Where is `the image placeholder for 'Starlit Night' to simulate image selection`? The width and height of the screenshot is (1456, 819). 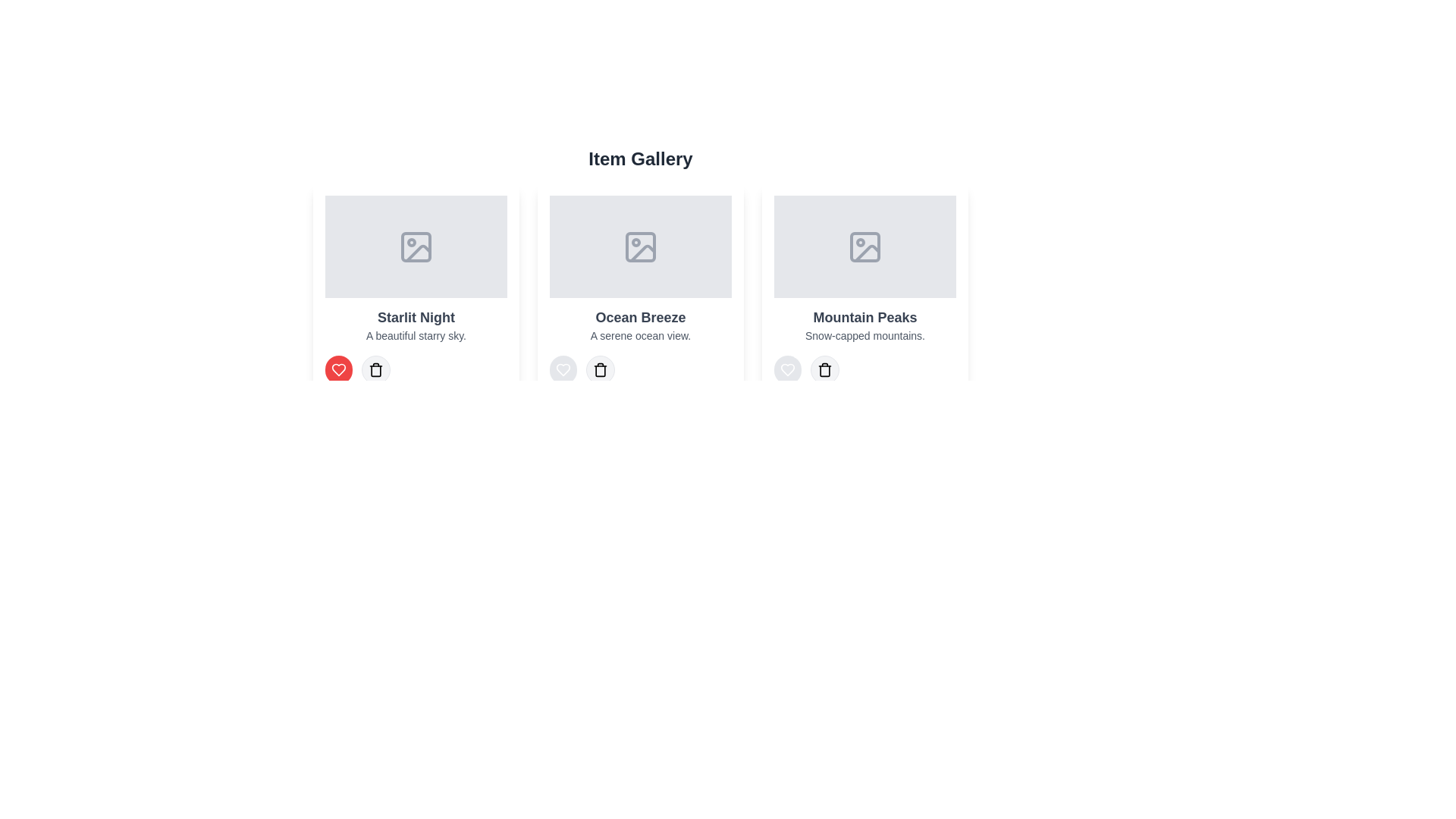
the image placeholder for 'Starlit Night' to simulate image selection is located at coordinates (416, 246).